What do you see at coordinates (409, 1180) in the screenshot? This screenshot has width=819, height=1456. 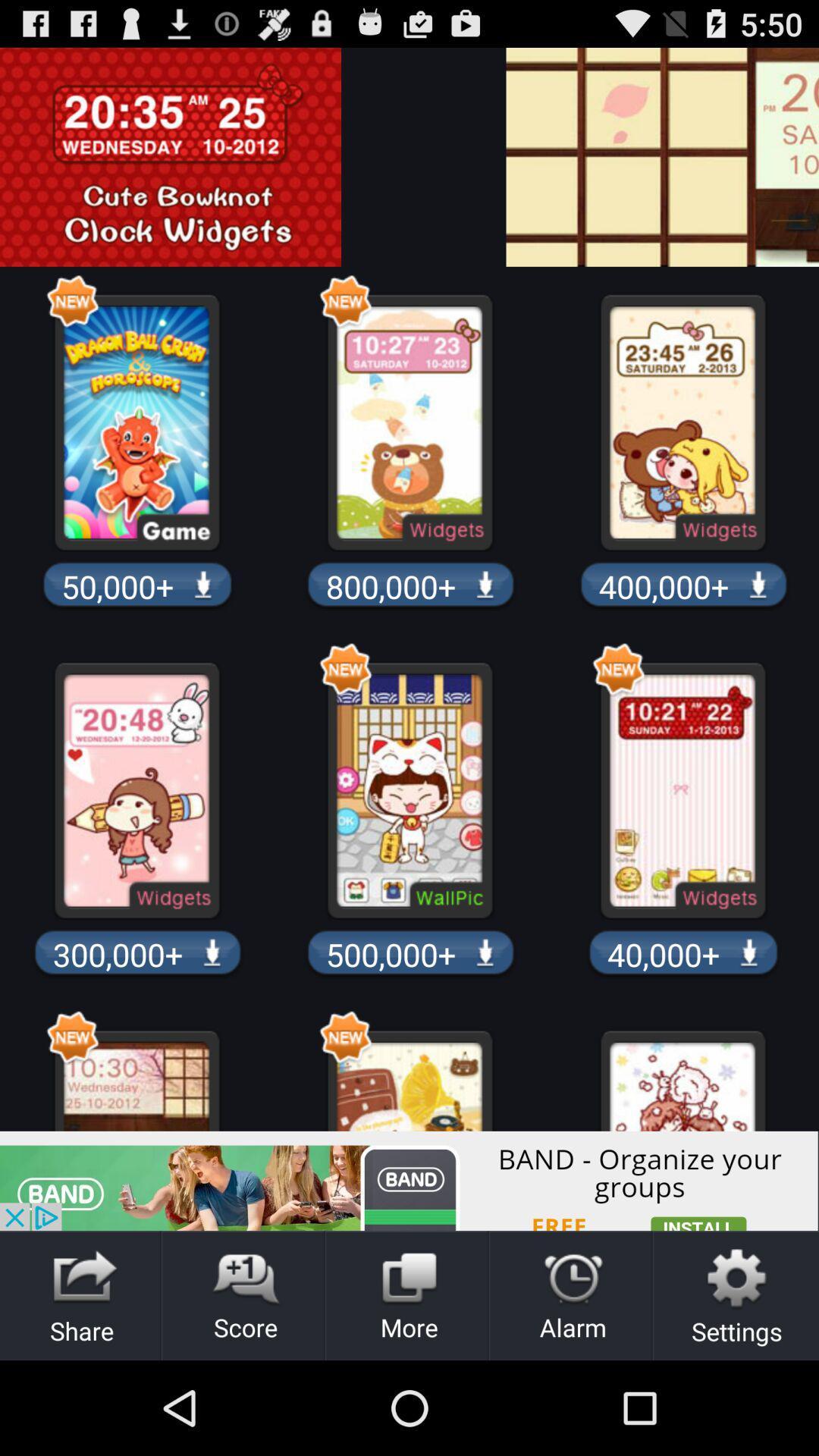 I see `open advertisement` at bounding box center [409, 1180].